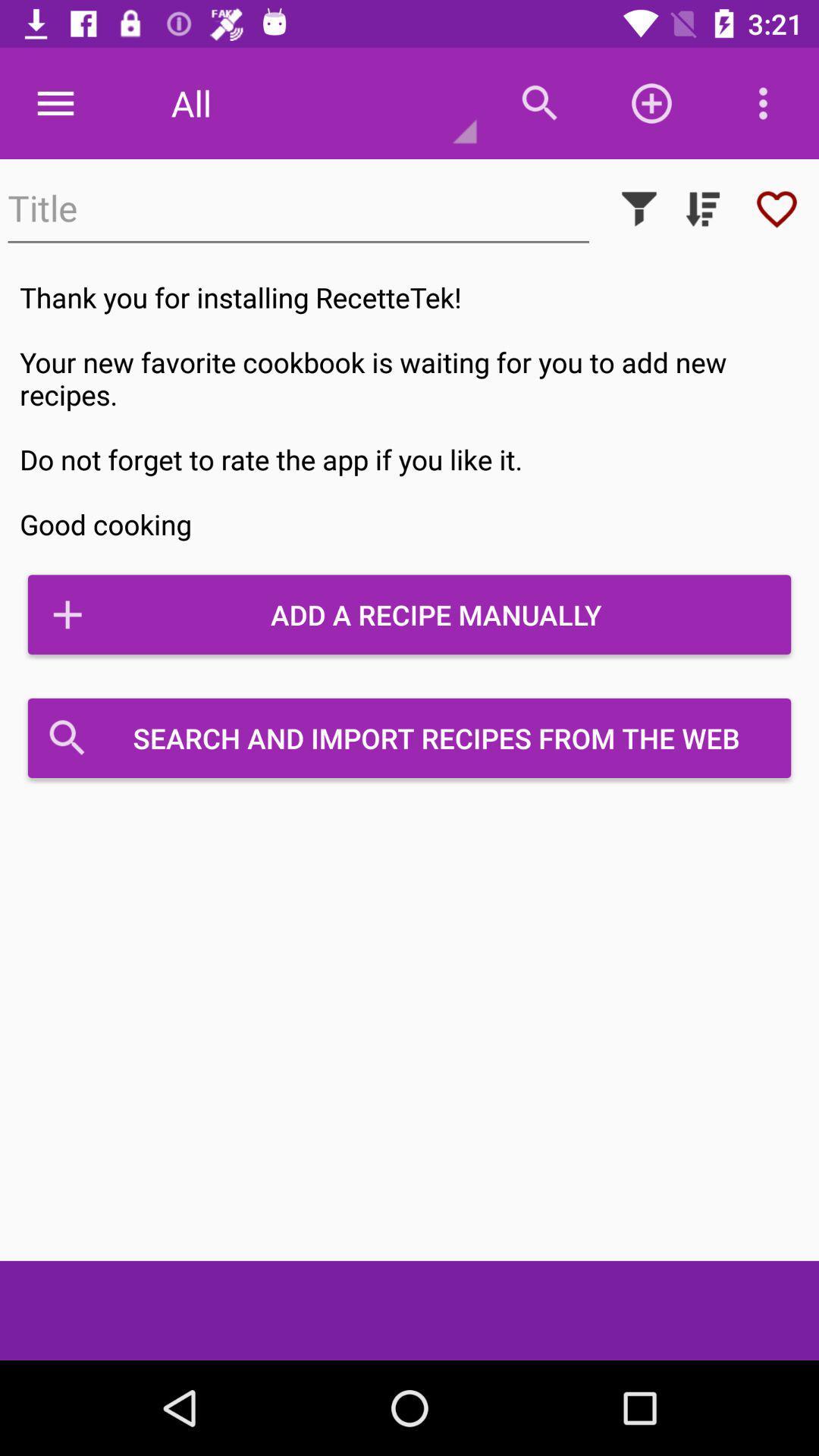  What do you see at coordinates (298, 208) in the screenshot?
I see `insert title` at bounding box center [298, 208].